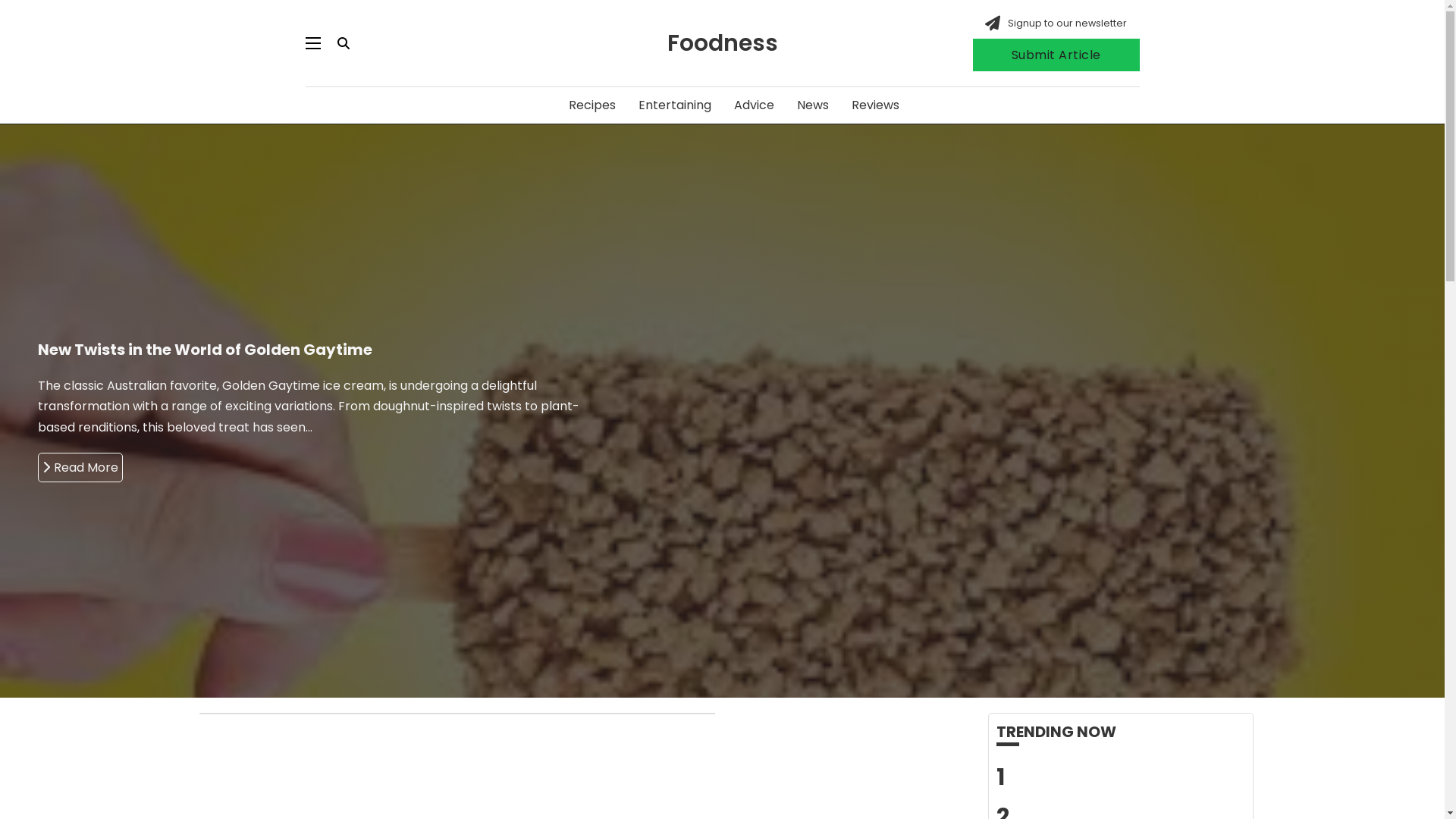 Image resolution: width=1456 pixels, height=819 pixels. I want to click on 'Entertaining', so click(673, 104).